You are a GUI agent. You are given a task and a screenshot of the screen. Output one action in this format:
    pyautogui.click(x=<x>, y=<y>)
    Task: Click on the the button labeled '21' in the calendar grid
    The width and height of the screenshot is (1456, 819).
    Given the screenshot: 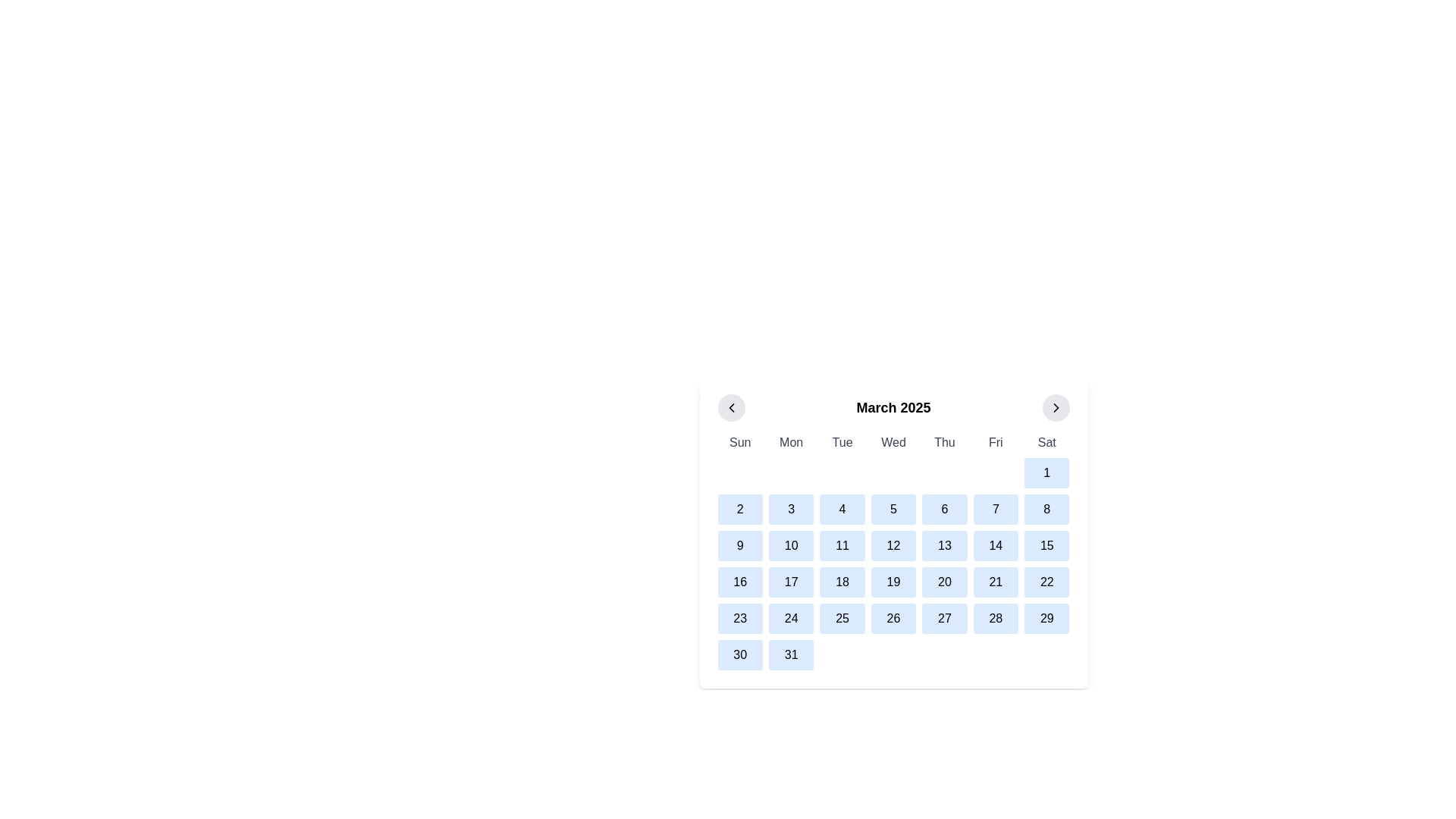 What is the action you would take?
    pyautogui.click(x=996, y=581)
    